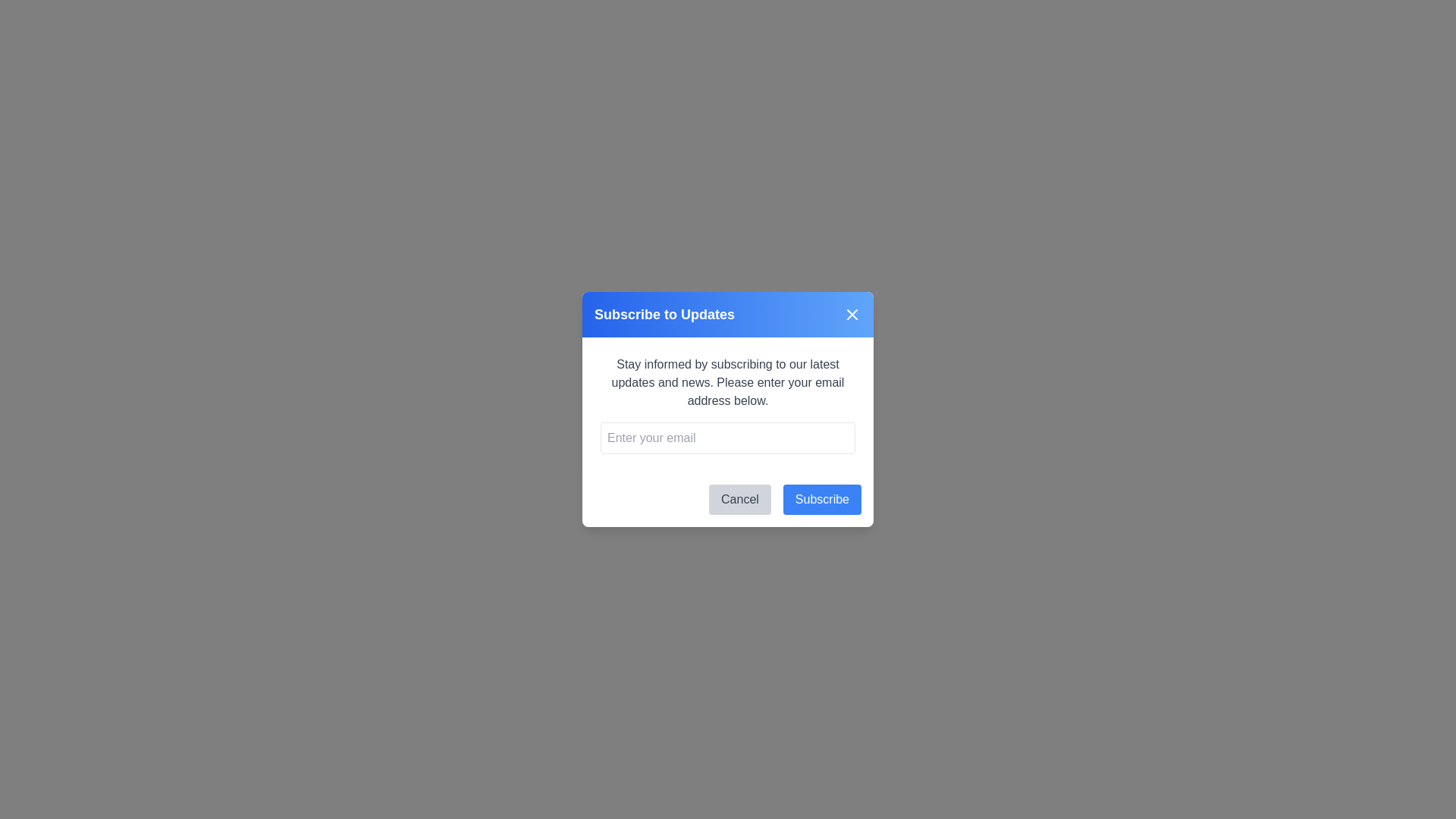 Image resolution: width=1456 pixels, height=819 pixels. What do you see at coordinates (821, 500) in the screenshot?
I see `the Subscribe button to submit the email address` at bounding box center [821, 500].